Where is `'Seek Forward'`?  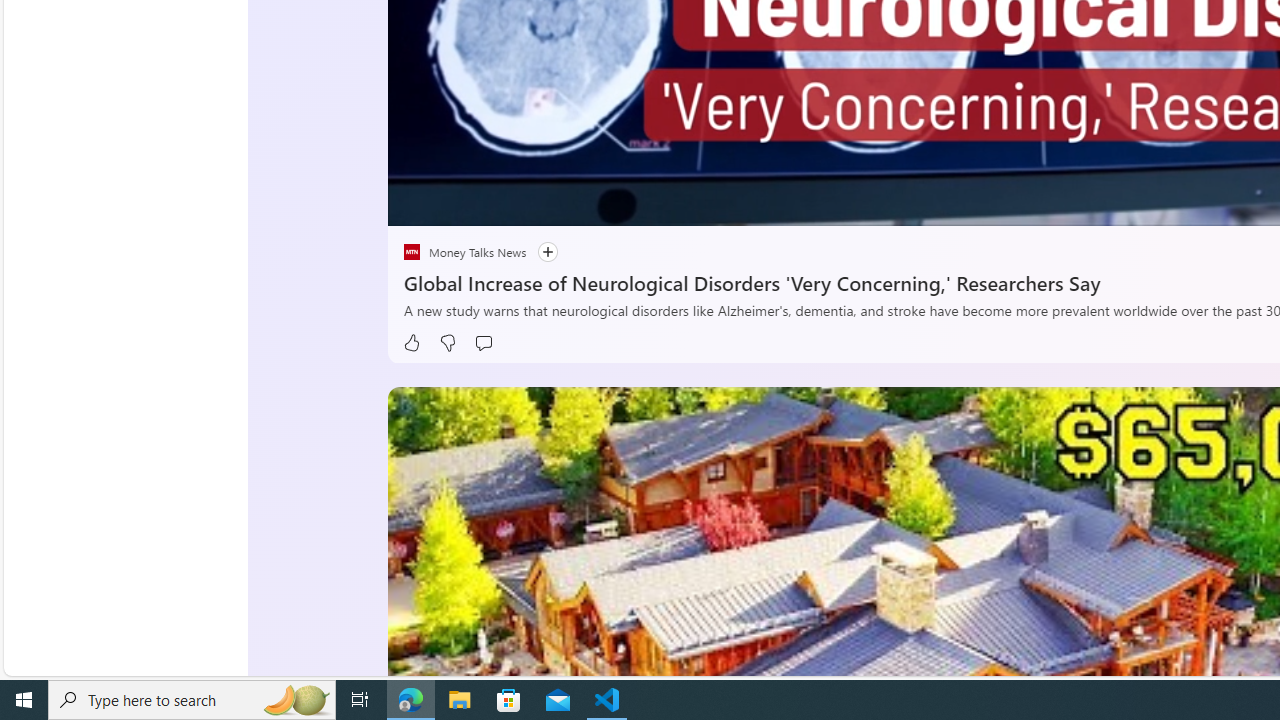
'Seek Forward' is located at coordinates (497, 203).